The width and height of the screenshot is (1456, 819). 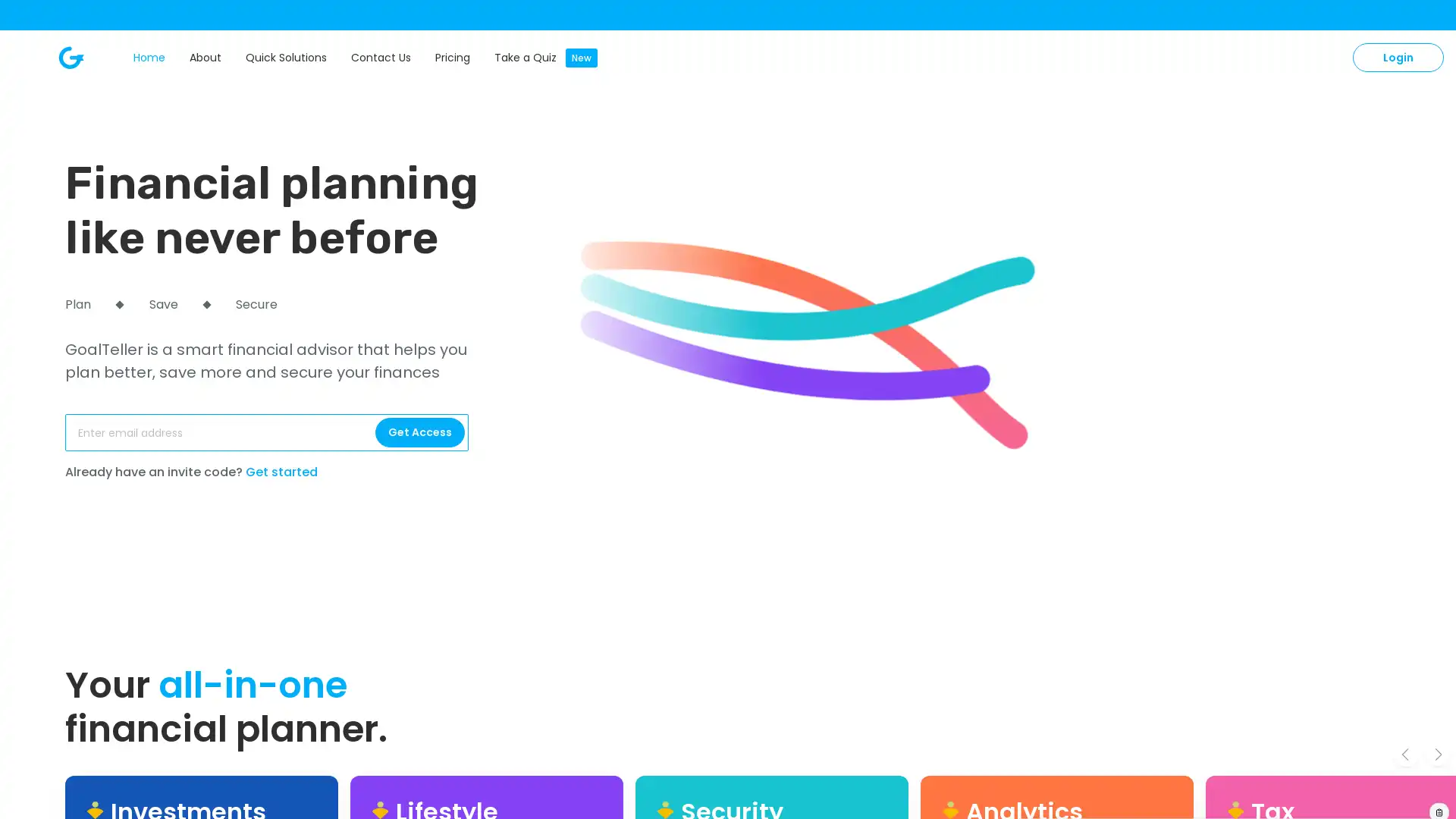 I want to click on Next slide, so click(x=1437, y=754).